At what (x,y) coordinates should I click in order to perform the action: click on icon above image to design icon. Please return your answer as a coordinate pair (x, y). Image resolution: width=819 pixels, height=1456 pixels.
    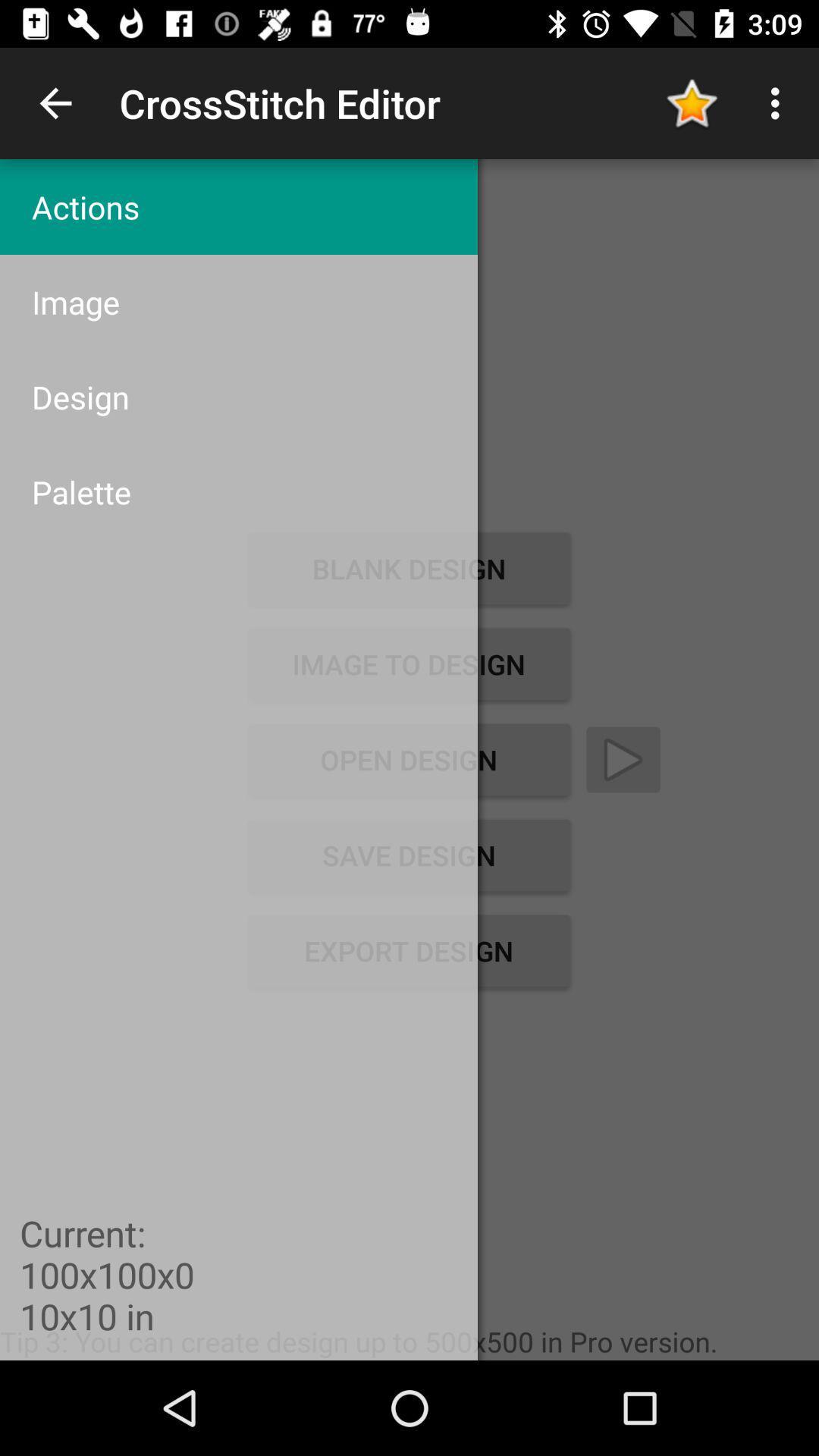
    Looking at the image, I should click on (239, 491).